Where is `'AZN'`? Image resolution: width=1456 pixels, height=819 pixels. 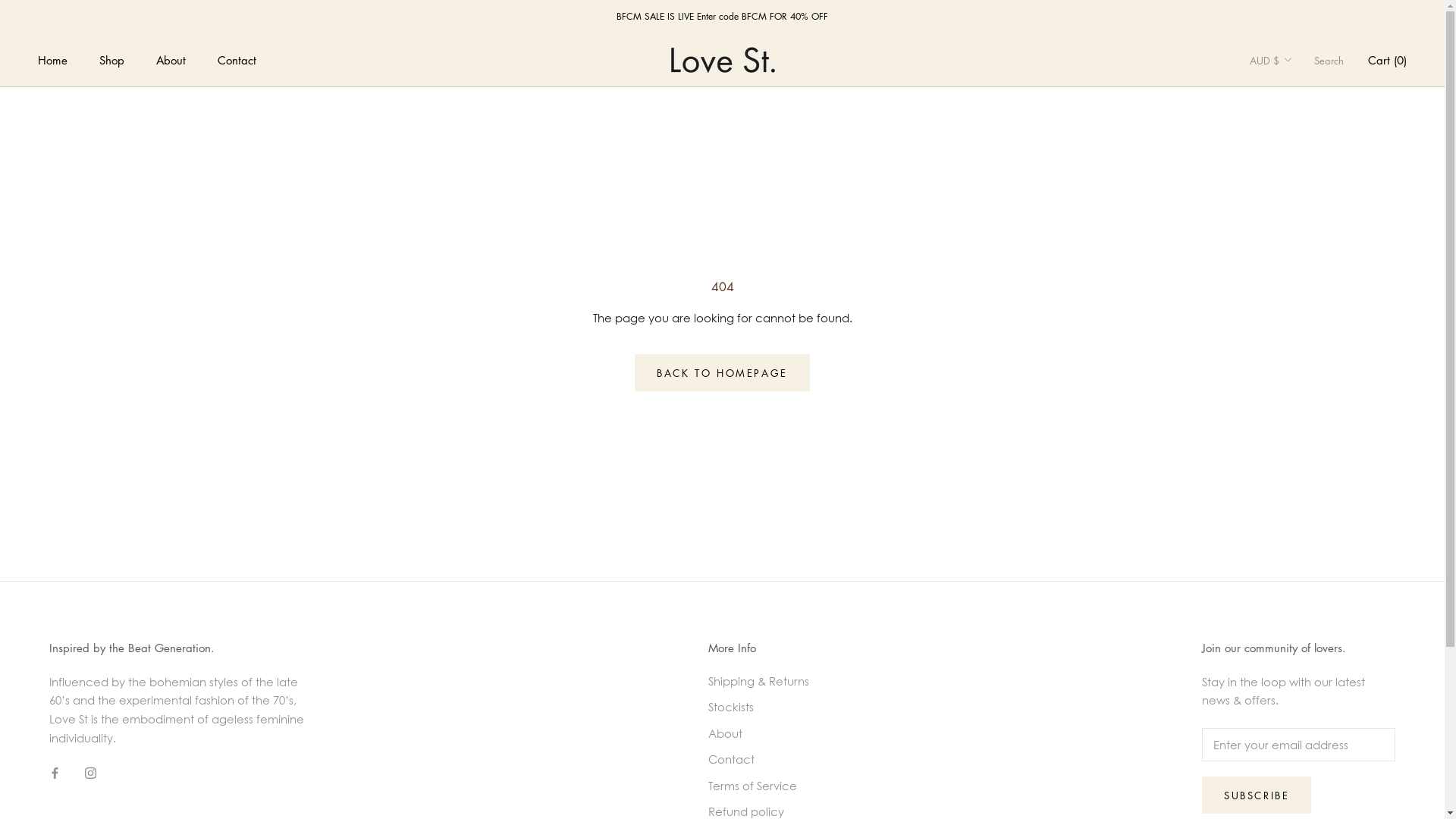 'AZN' is located at coordinates (1249, 261).